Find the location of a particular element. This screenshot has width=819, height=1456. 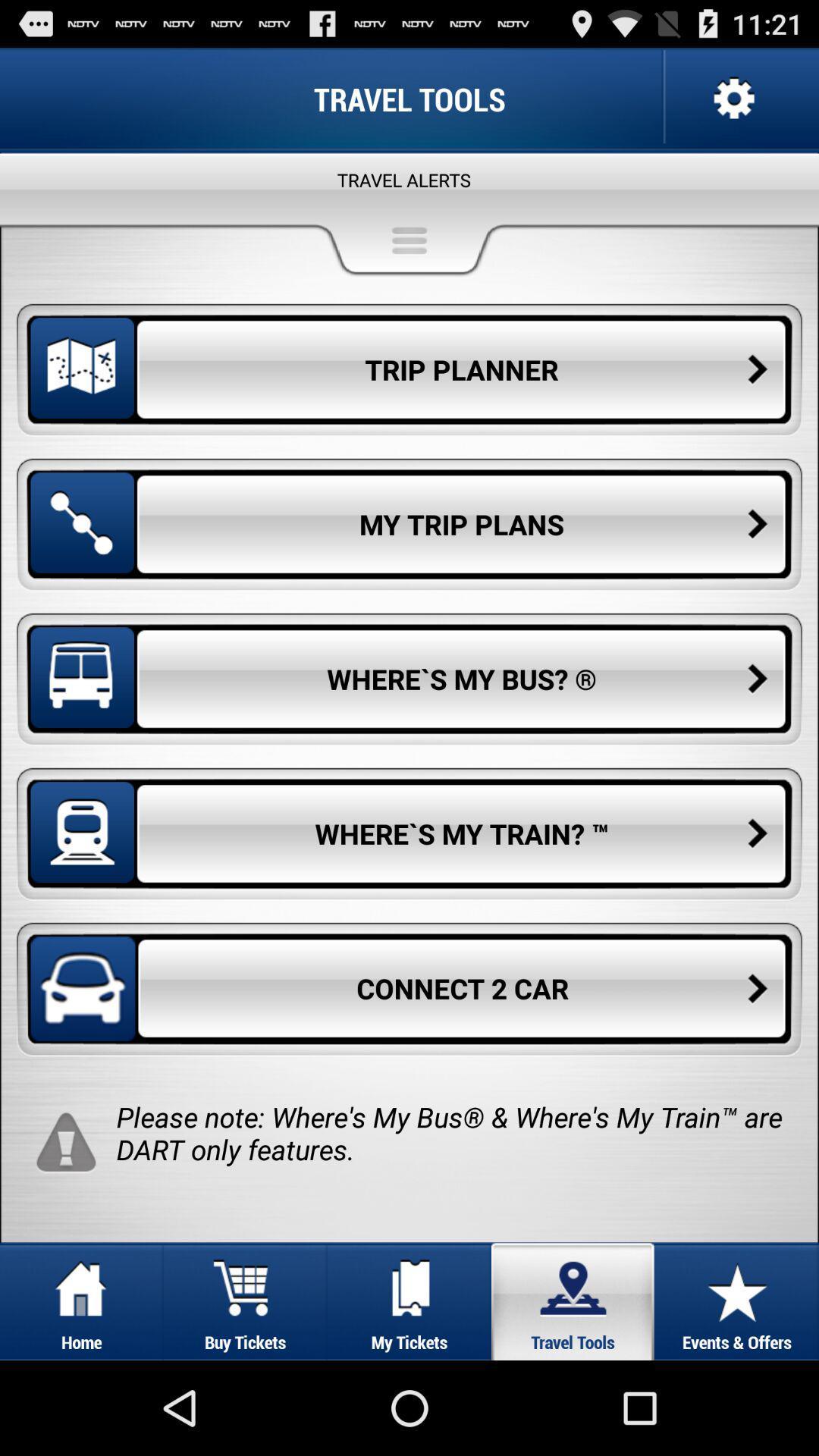

opens options menu is located at coordinates (731, 98).